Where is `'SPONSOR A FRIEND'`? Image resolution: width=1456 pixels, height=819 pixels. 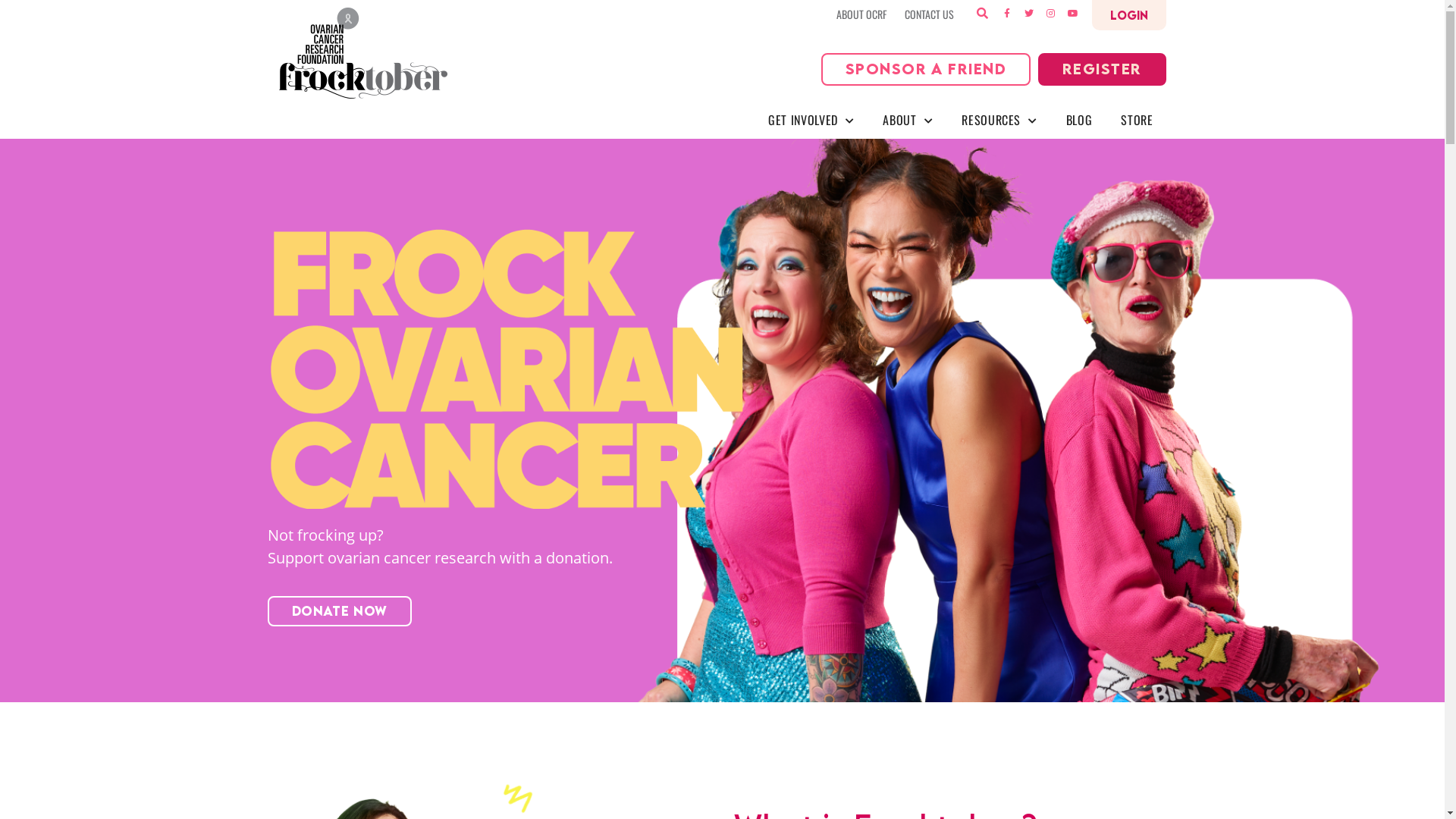
'SPONSOR A FRIEND' is located at coordinates (924, 69).